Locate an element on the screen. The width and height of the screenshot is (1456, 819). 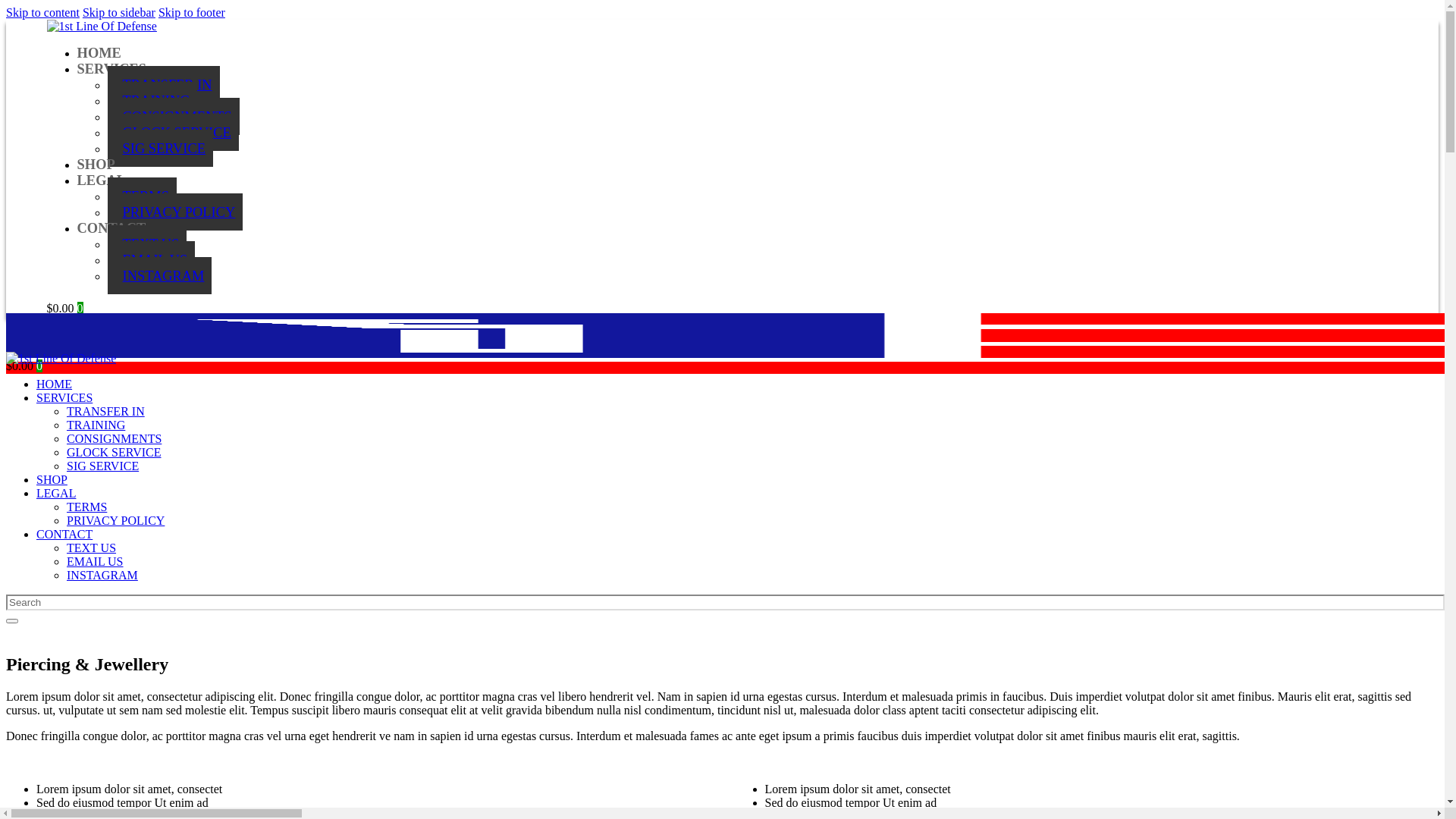
'Skip to footer' is located at coordinates (191, 12).